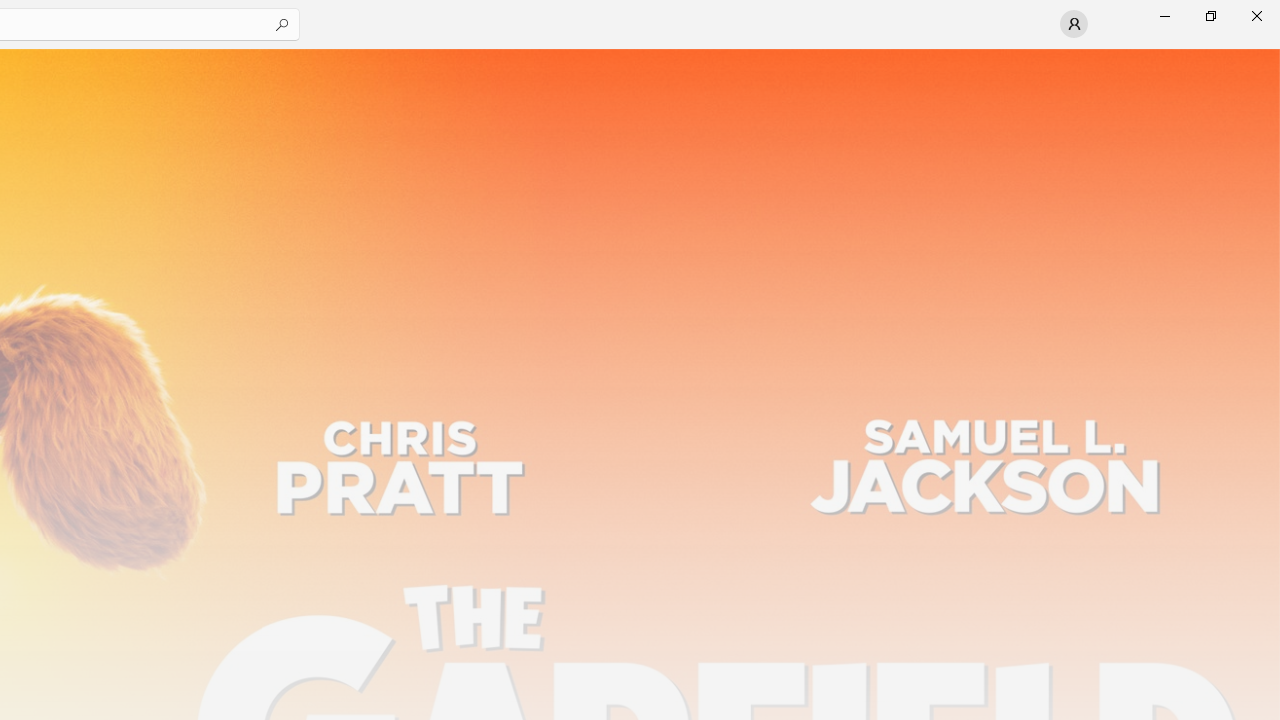  I want to click on 'User profile', so click(1072, 24).